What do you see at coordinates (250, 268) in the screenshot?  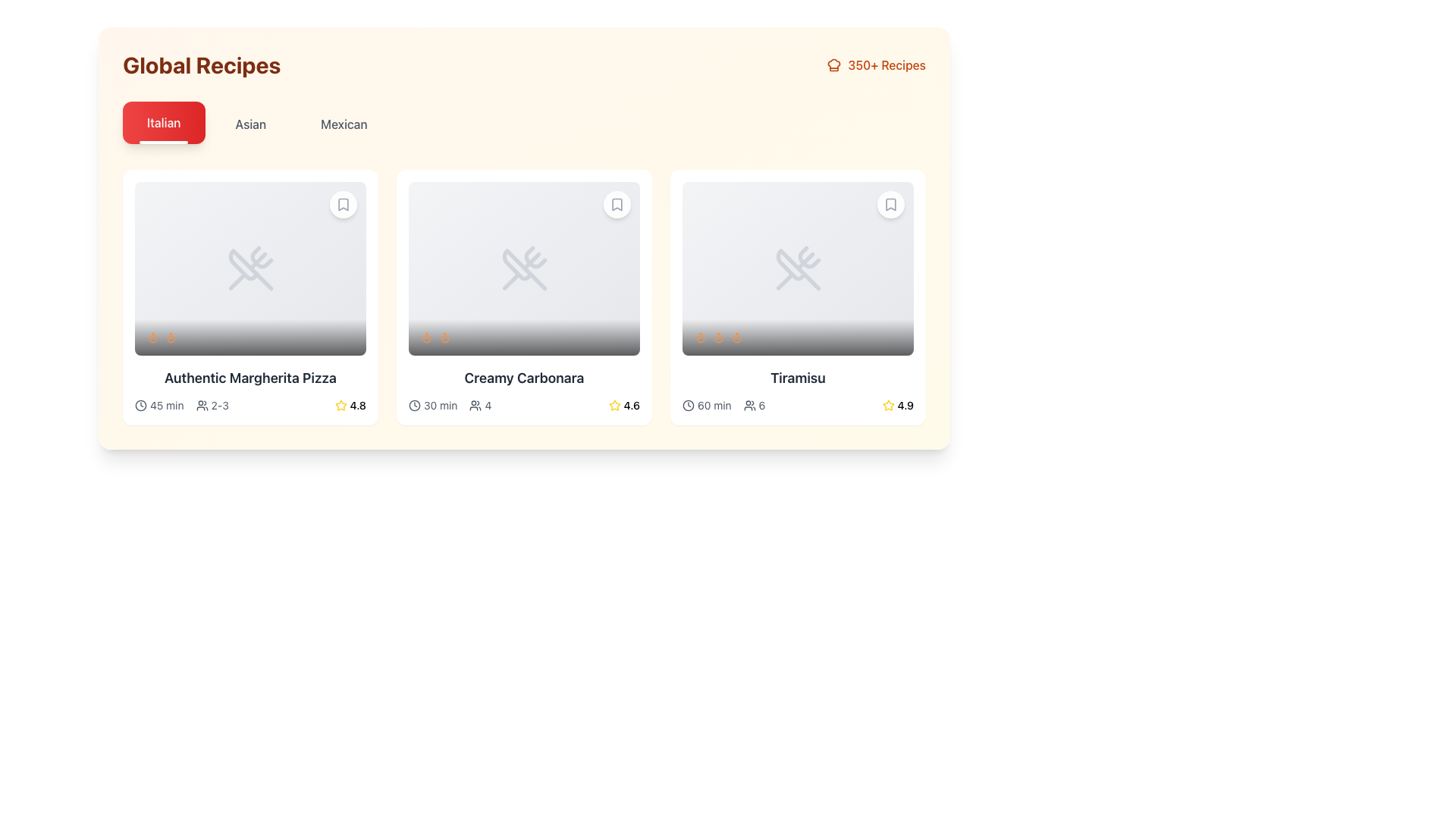 I see `the Decorative icon, which is a crossed utensils icon consisting of a fork and knife, located at the center of the card for 'Authentic Margherita Pizza' in the 'Italian' section of the 'Global Recipes' interface` at bounding box center [250, 268].